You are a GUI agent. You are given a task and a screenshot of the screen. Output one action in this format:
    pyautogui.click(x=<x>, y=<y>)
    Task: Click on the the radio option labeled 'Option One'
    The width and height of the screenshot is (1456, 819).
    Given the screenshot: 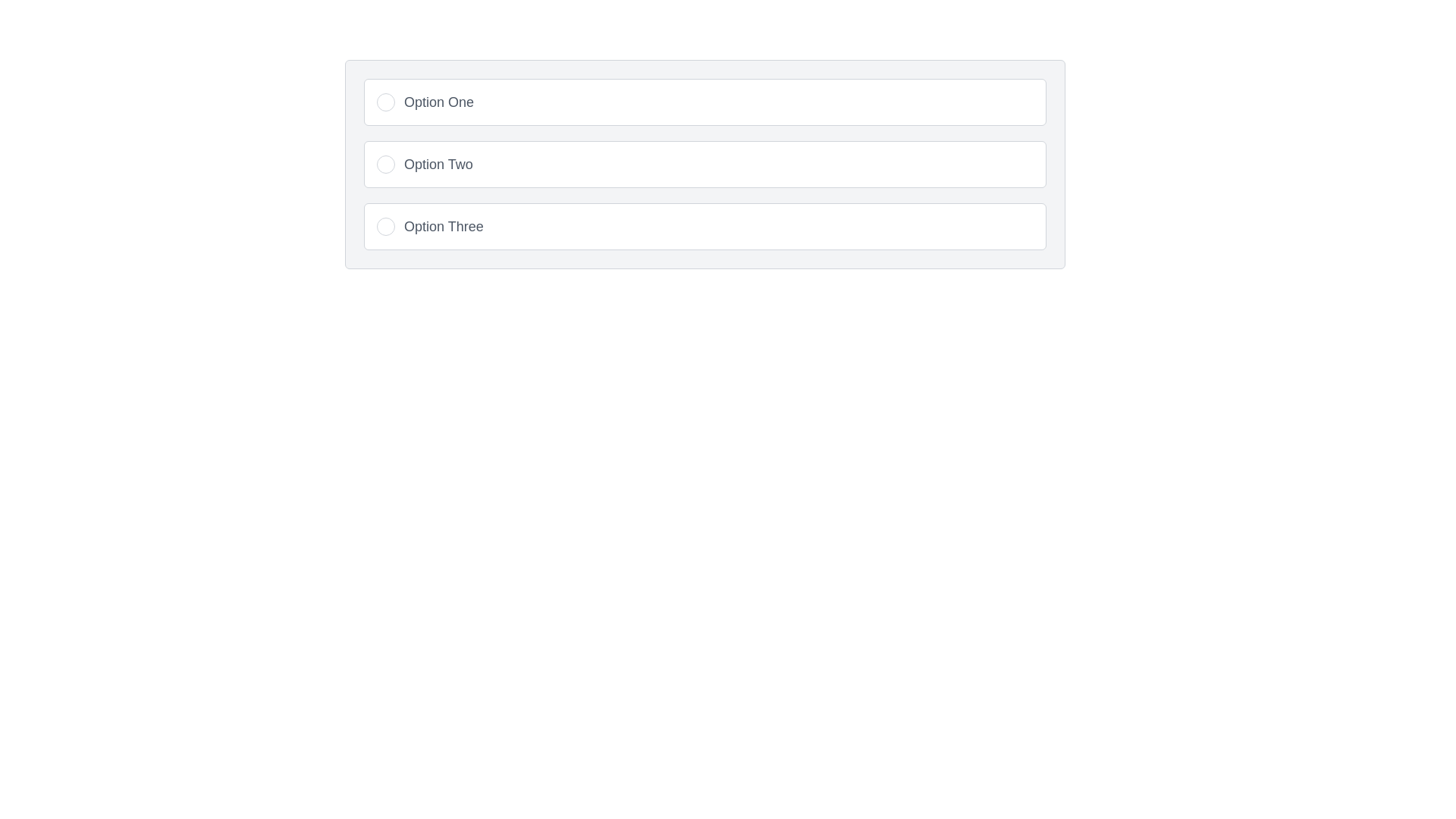 What is the action you would take?
    pyautogui.click(x=704, y=102)
    